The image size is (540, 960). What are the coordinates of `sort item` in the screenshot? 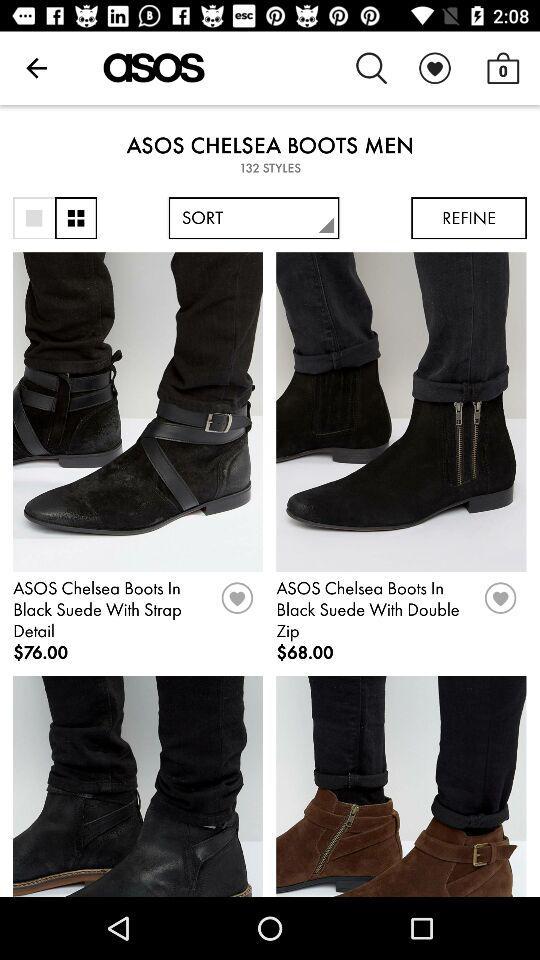 It's located at (254, 218).